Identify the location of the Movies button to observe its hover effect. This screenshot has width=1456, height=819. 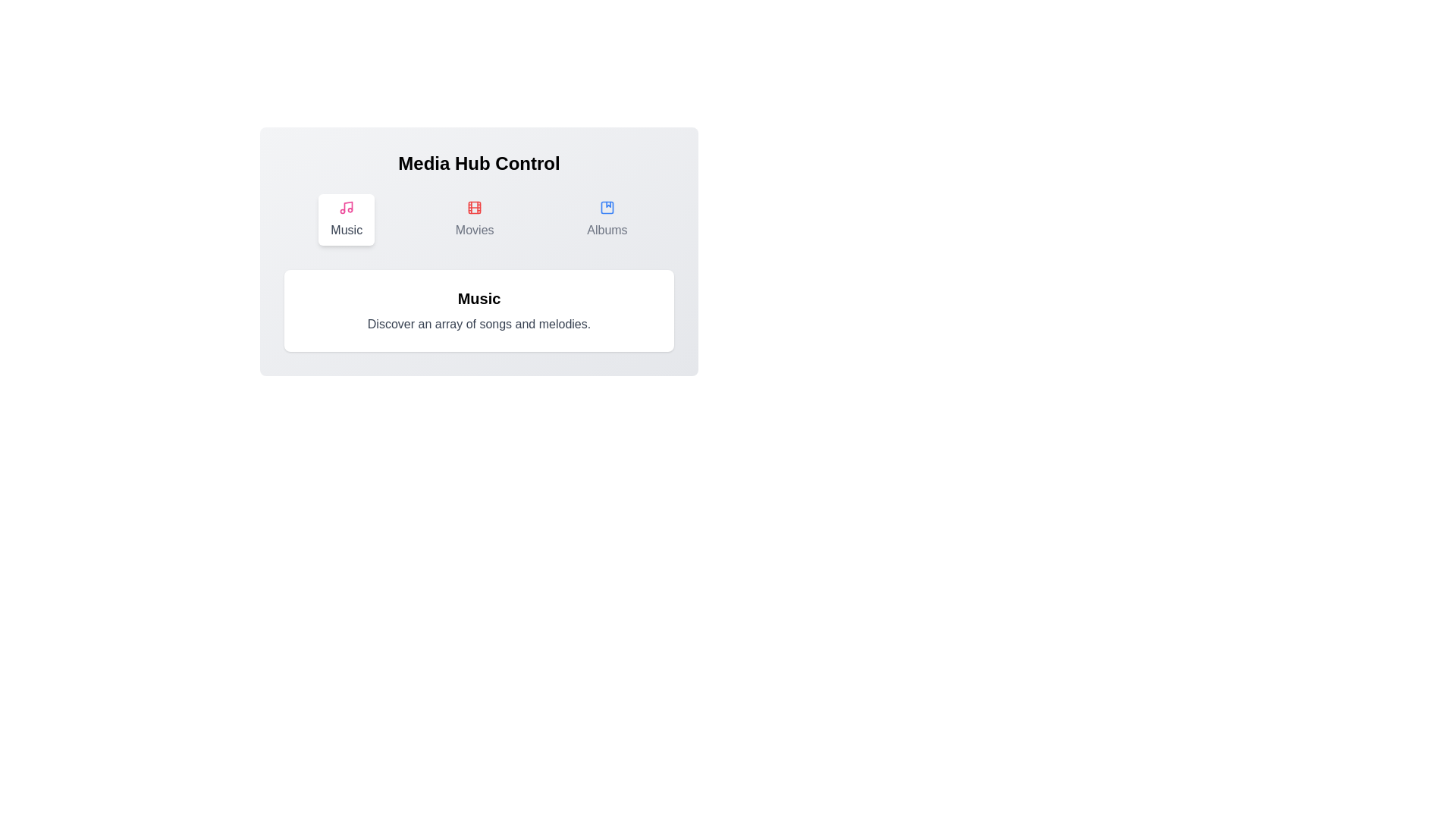
(473, 219).